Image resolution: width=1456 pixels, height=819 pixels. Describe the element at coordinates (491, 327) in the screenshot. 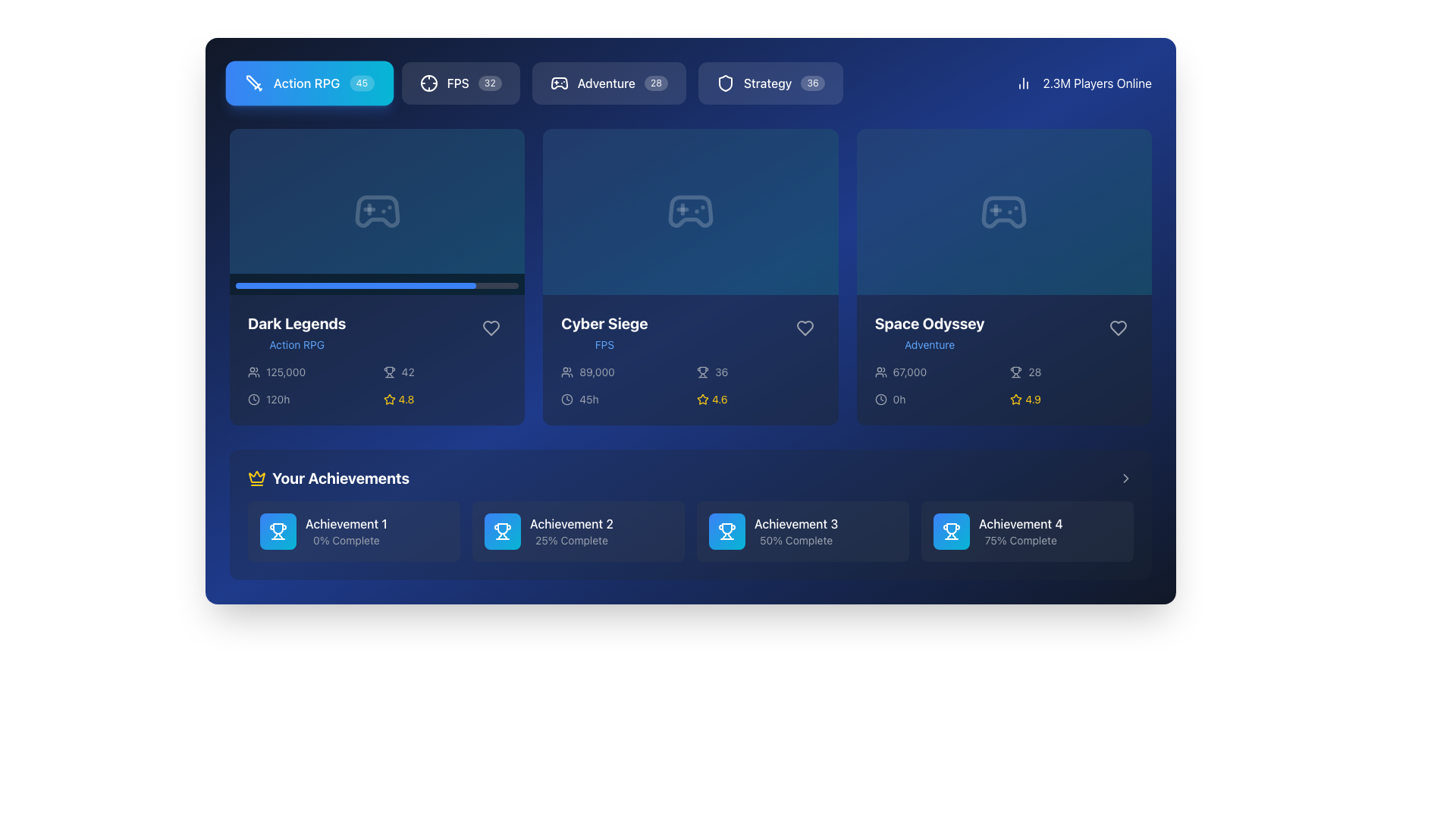

I see `the heart icon button in the top-right corner of the 'Dark Legends' game card to mark it as favorite` at that location.